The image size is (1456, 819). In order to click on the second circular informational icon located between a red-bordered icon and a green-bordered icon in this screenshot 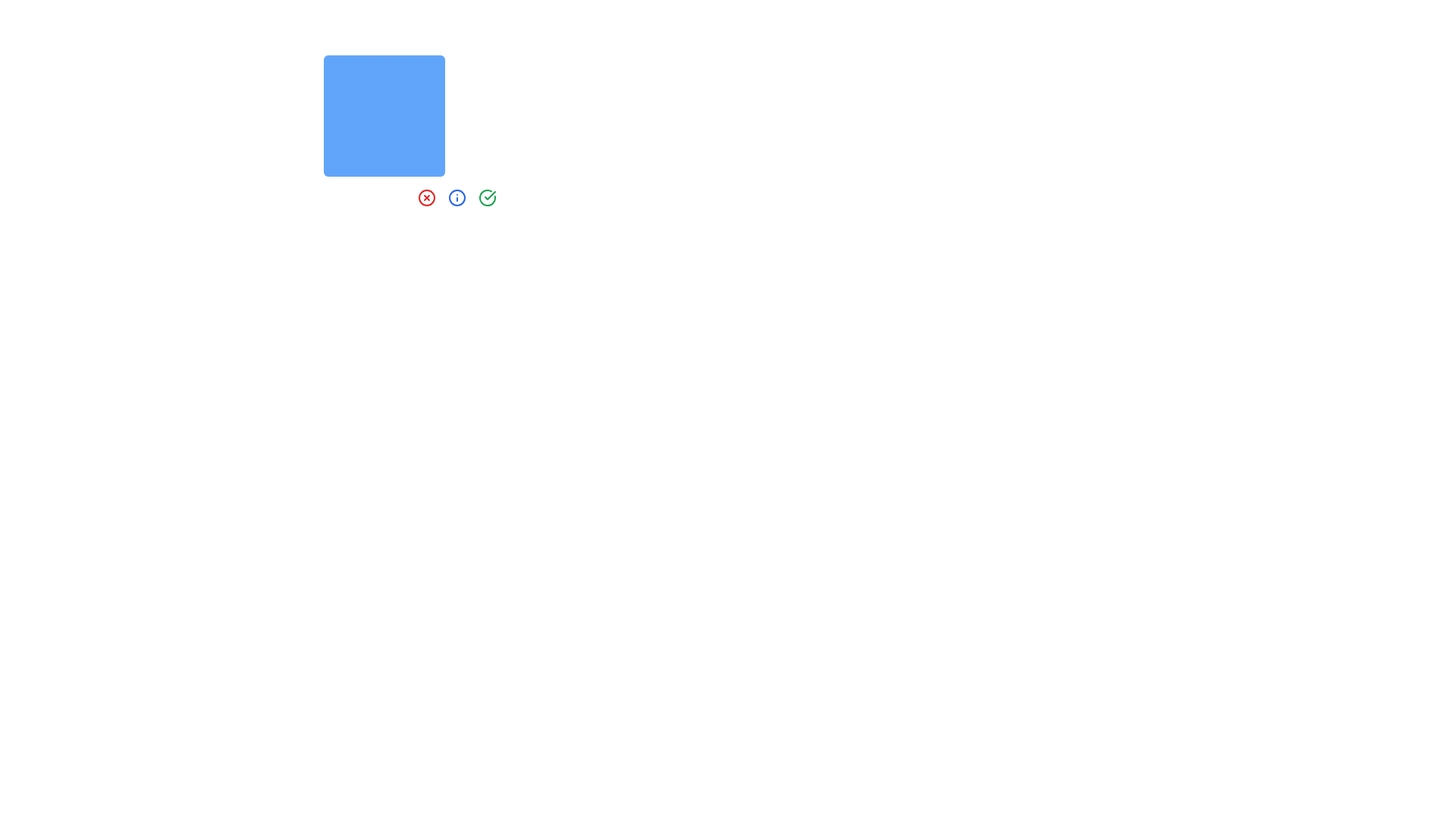, I will do `click(457, 197)`.